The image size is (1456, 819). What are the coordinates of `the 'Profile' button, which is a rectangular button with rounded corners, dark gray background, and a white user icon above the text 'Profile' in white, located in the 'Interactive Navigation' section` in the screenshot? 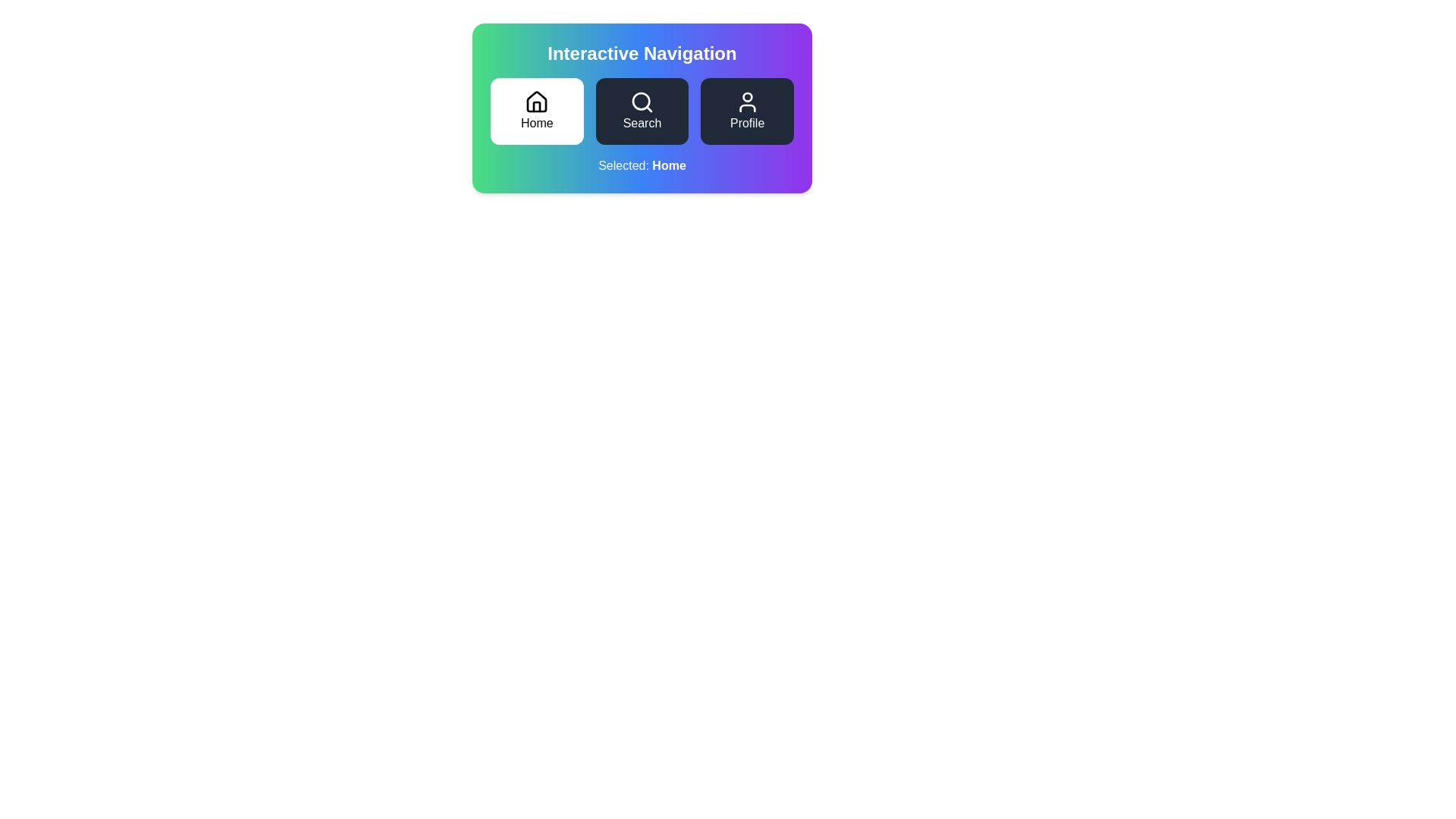 It's located at (747, 110).